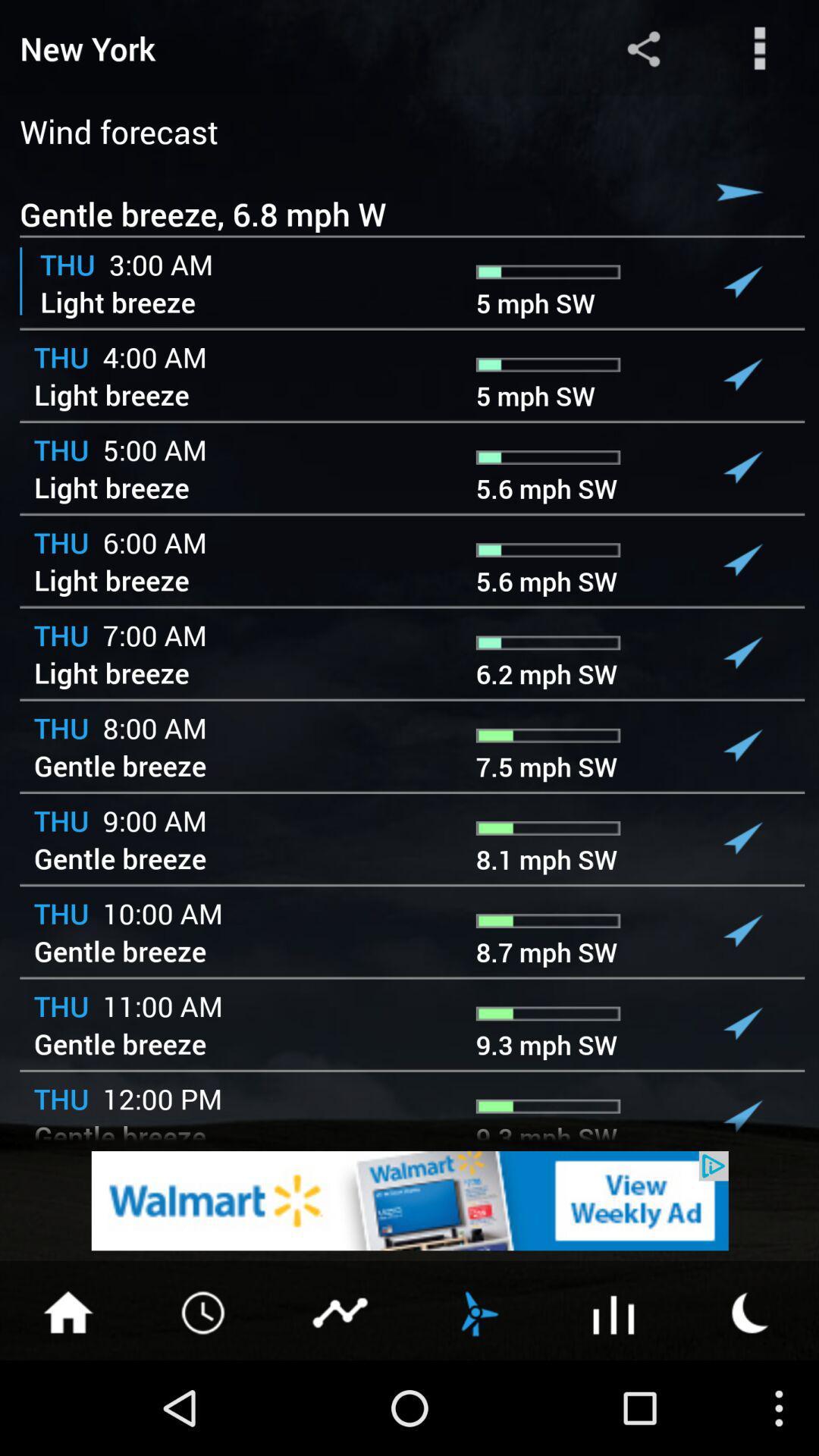 This screenshot has width=819, height=1456. Describe the element at coordinates (67, 1310) in the screenshot. I see `home` at that location.